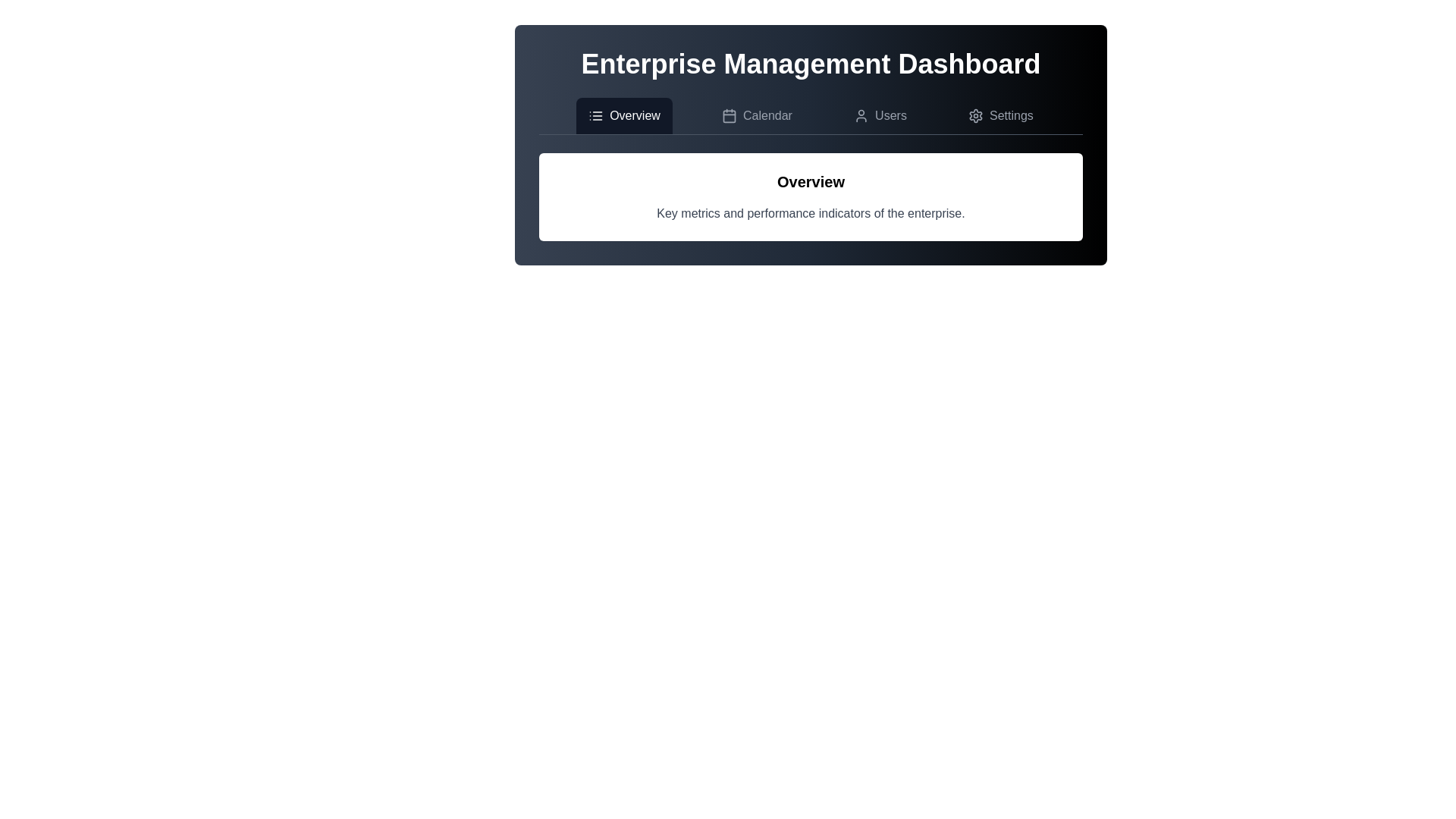  What do you see at coordinates (975, 115) in the screenshot?
I see `the cogwheel icon located in the top-right corner of the navigation bar` at bounding box center [975, 115].